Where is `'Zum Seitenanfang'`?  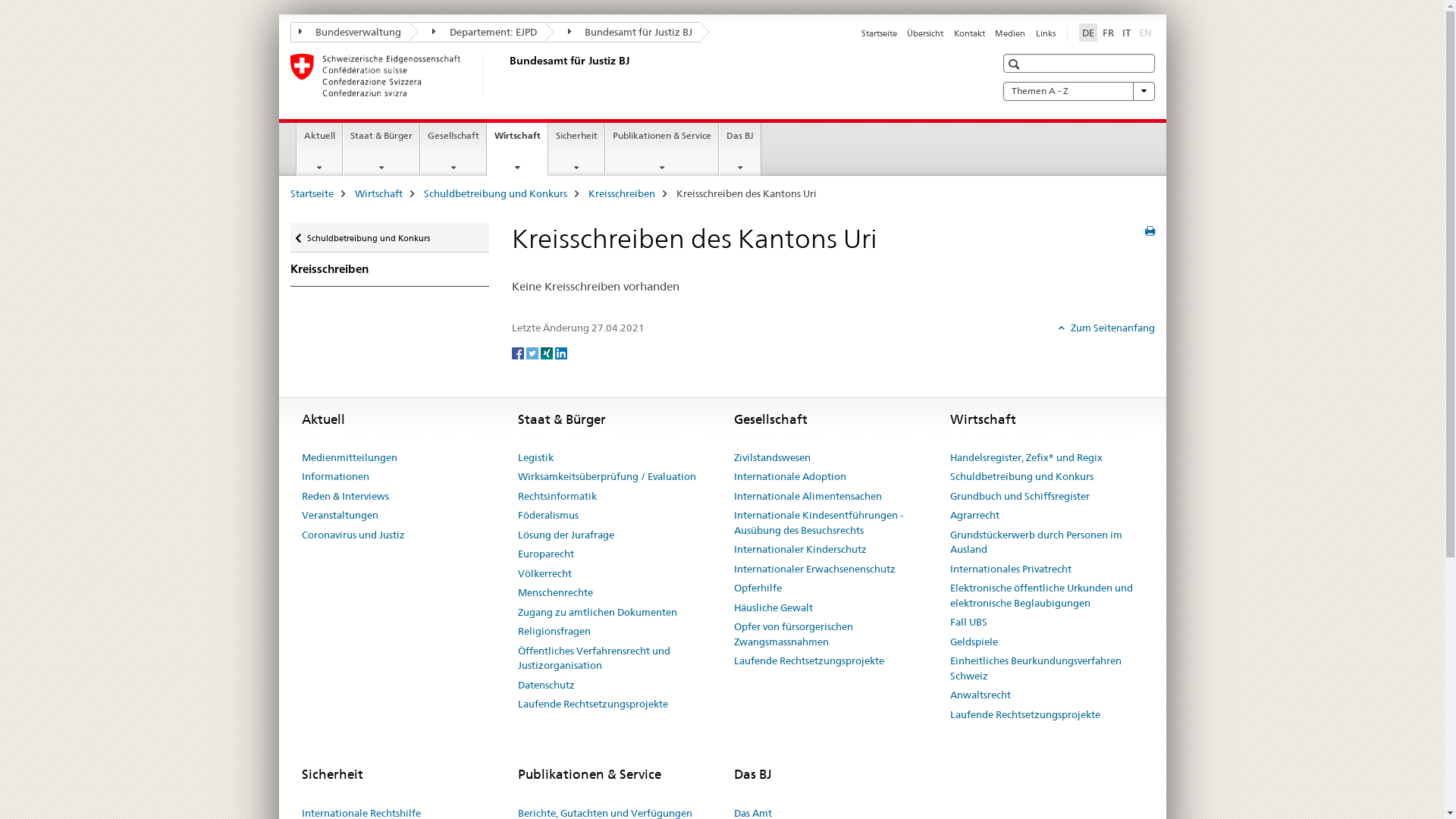 'Zum Seitenanfang' is located at coordinates (1106, 327).